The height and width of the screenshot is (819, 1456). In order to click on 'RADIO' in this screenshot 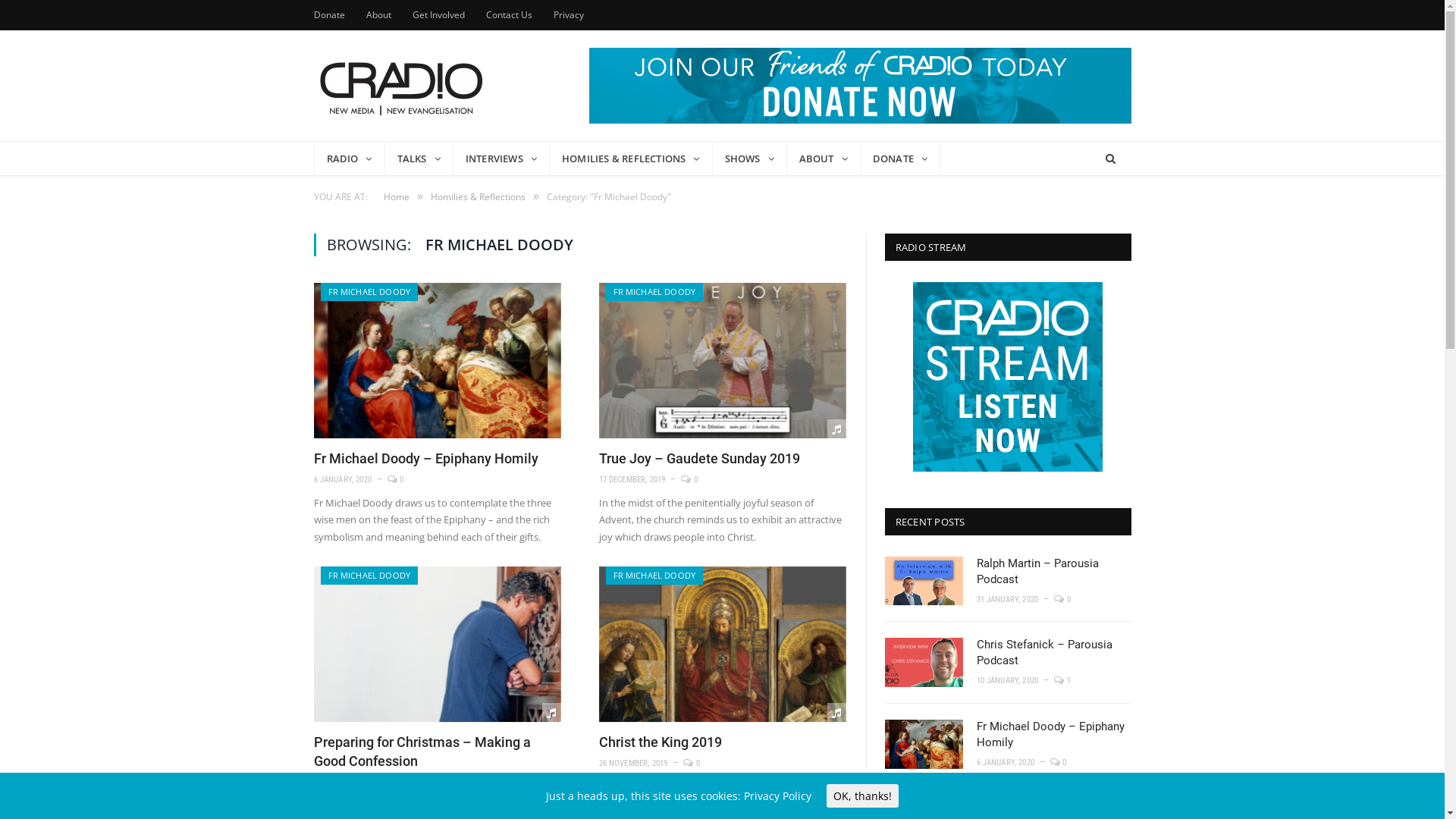, I will do `click(348, 158)`.